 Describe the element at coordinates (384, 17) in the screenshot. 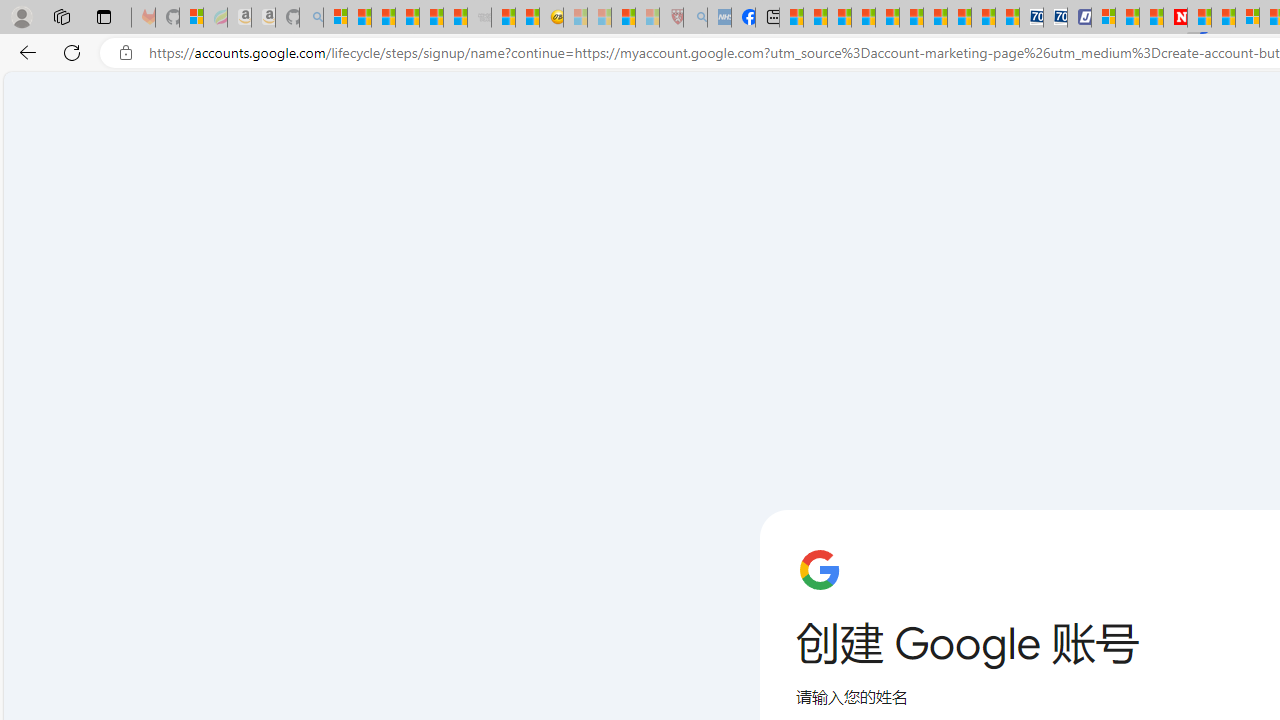

I see `'The Weather Channel - MSN'` at that location.